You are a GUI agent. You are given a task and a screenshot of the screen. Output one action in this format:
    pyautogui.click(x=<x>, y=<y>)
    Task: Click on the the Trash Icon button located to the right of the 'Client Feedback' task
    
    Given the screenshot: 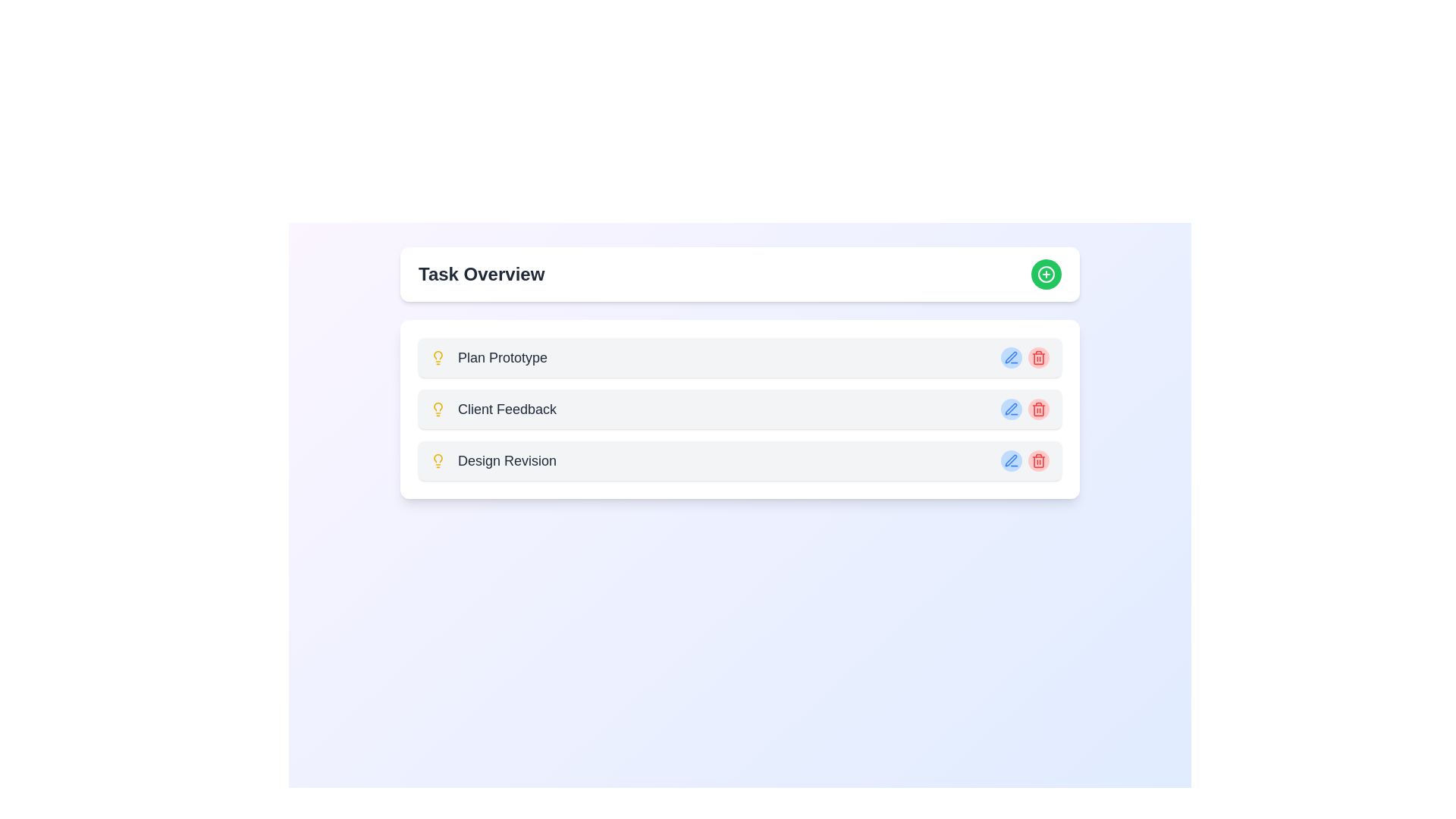 What is the action you would take?
    pyautogui.click(x=1037, y=409)
    